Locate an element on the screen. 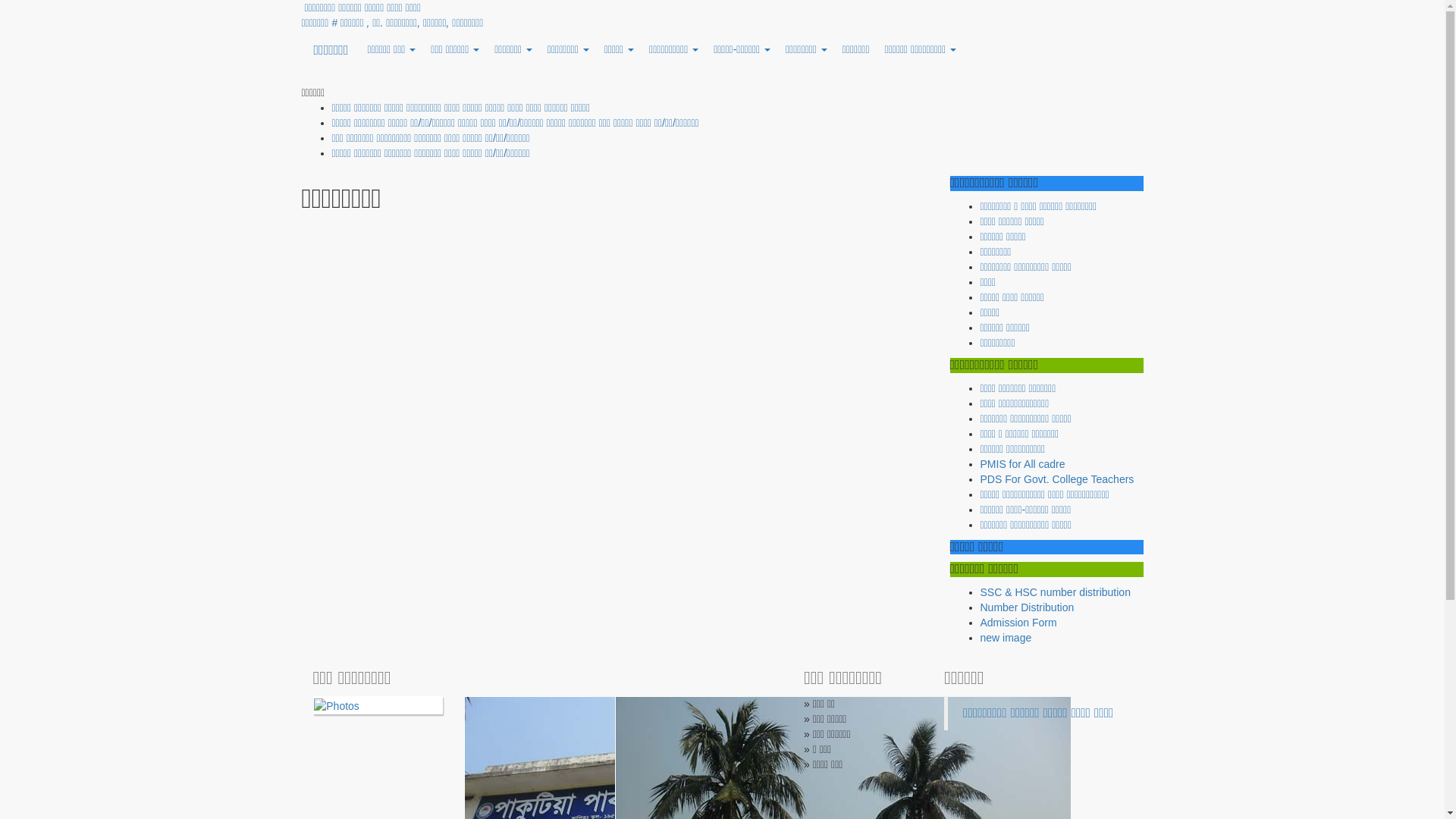  'SSC & HSC number distribution' is located at coordinates (1054, 591).